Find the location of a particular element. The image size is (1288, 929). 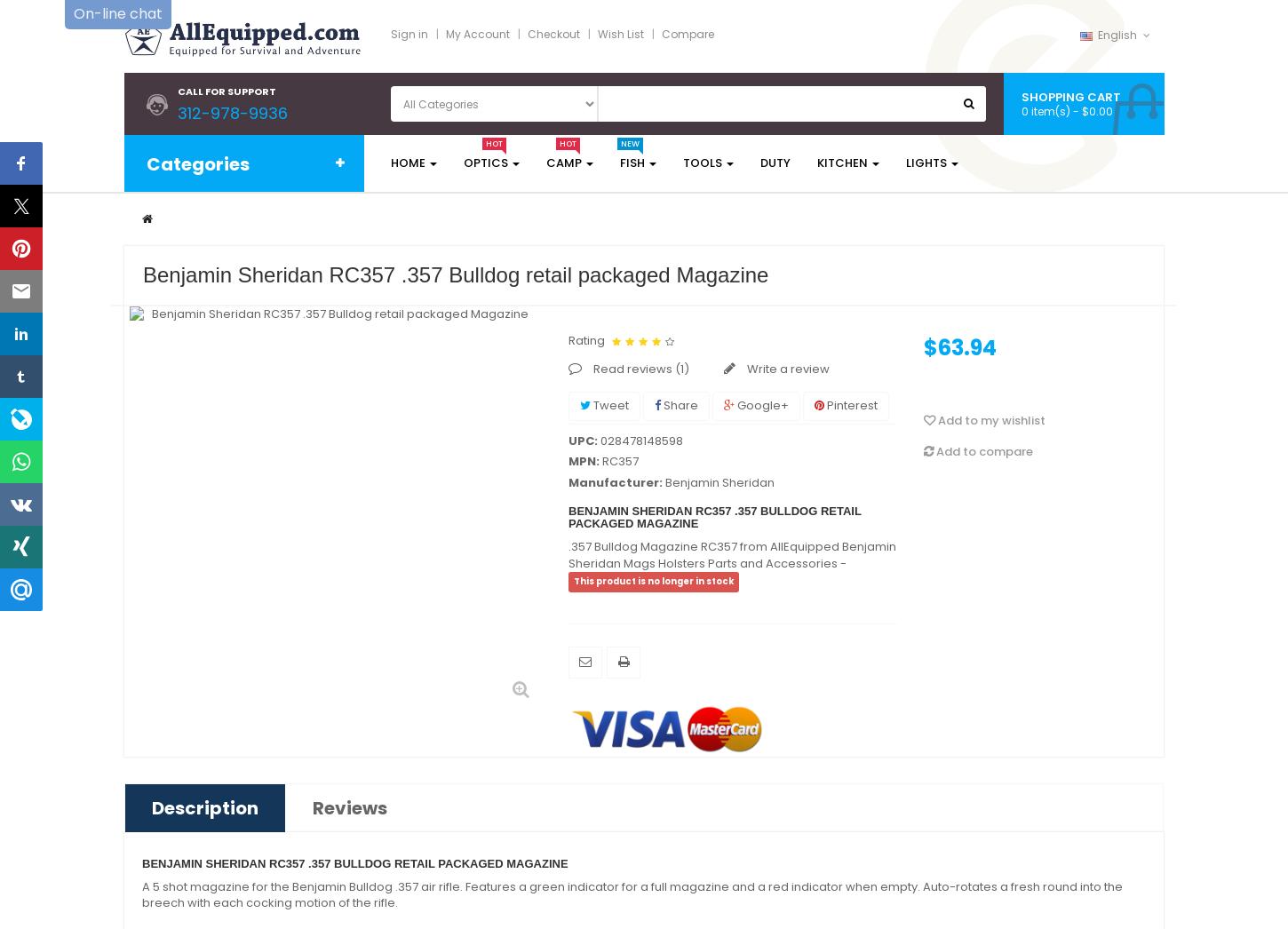

'Tools' is located at coordinates (702, 163).